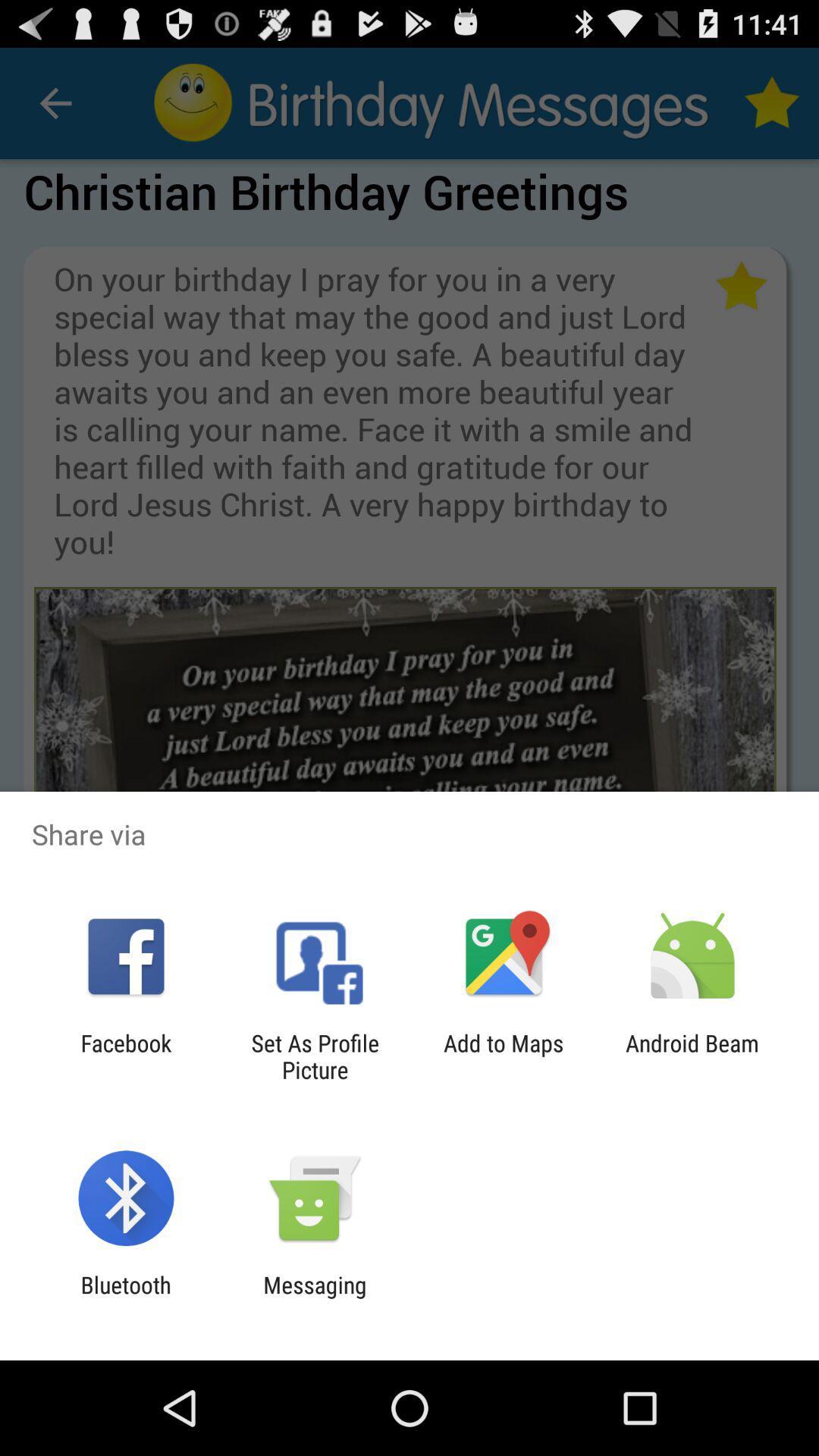  What do you see at coordinates (314, 1298) in the screenshot?
I see `the messaging icon` at bounding box center [314, 1298].